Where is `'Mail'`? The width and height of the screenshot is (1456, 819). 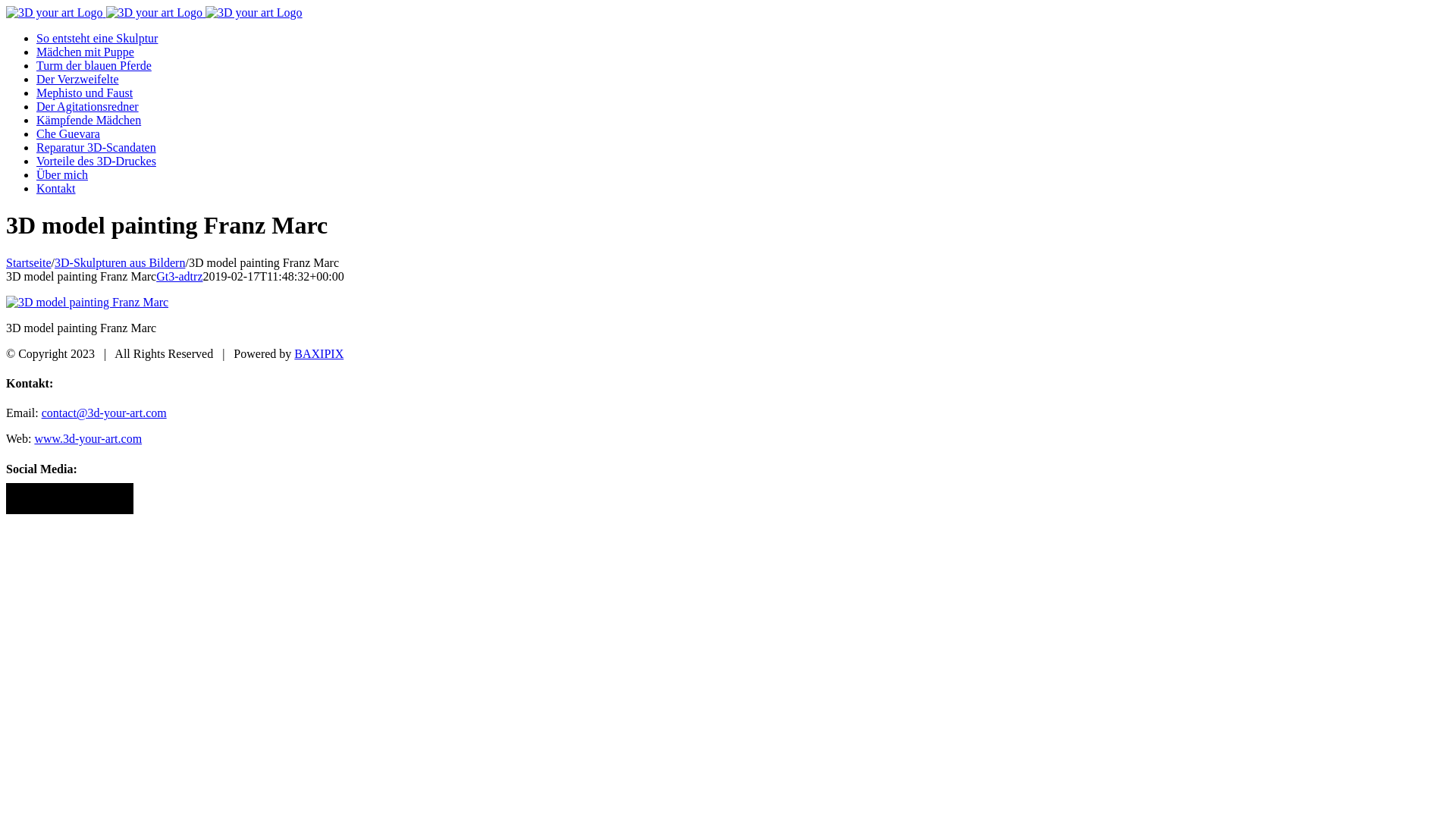
'Mail' is located at coordinates (124, 498).